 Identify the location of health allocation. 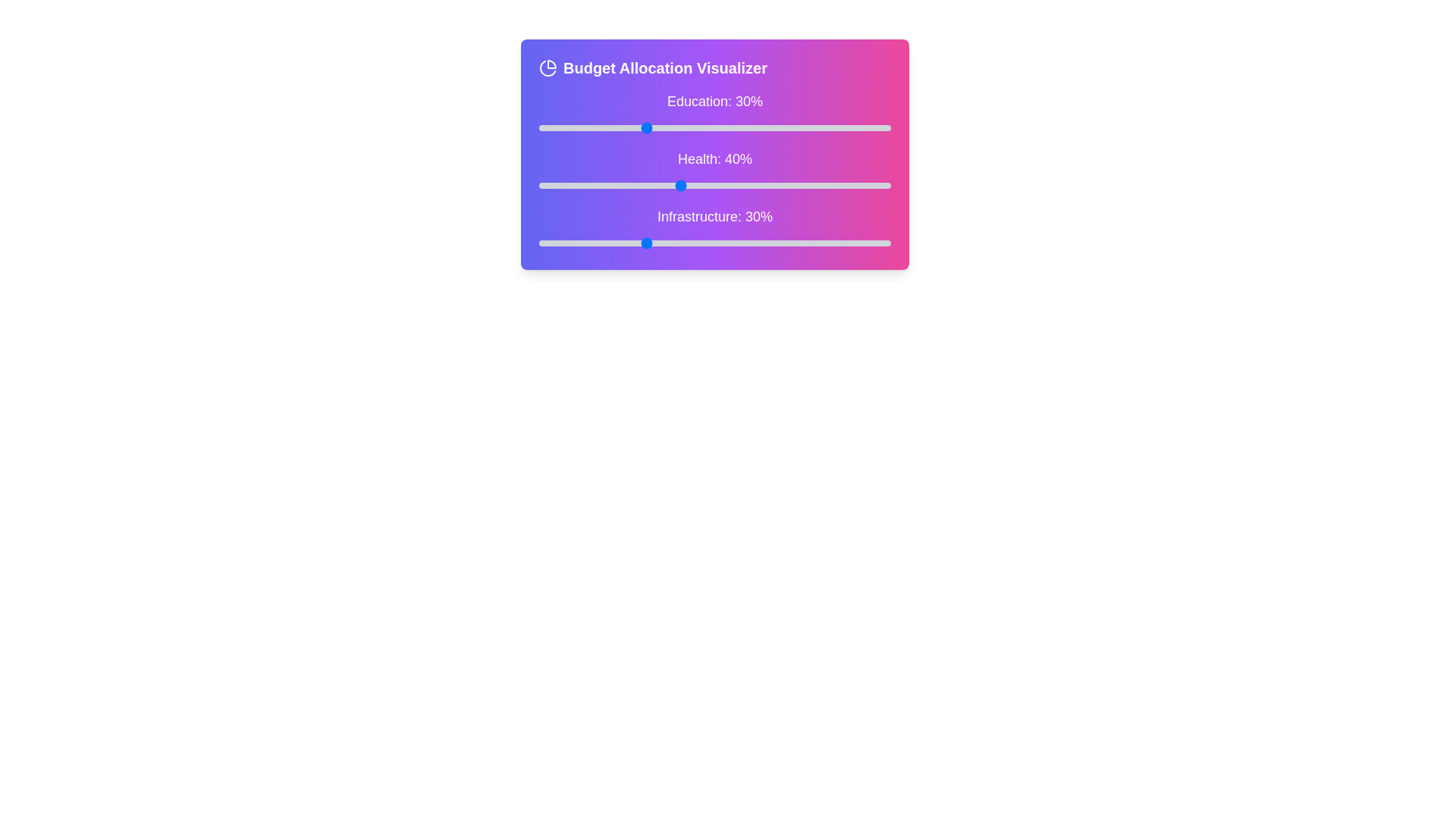
(630, 185).